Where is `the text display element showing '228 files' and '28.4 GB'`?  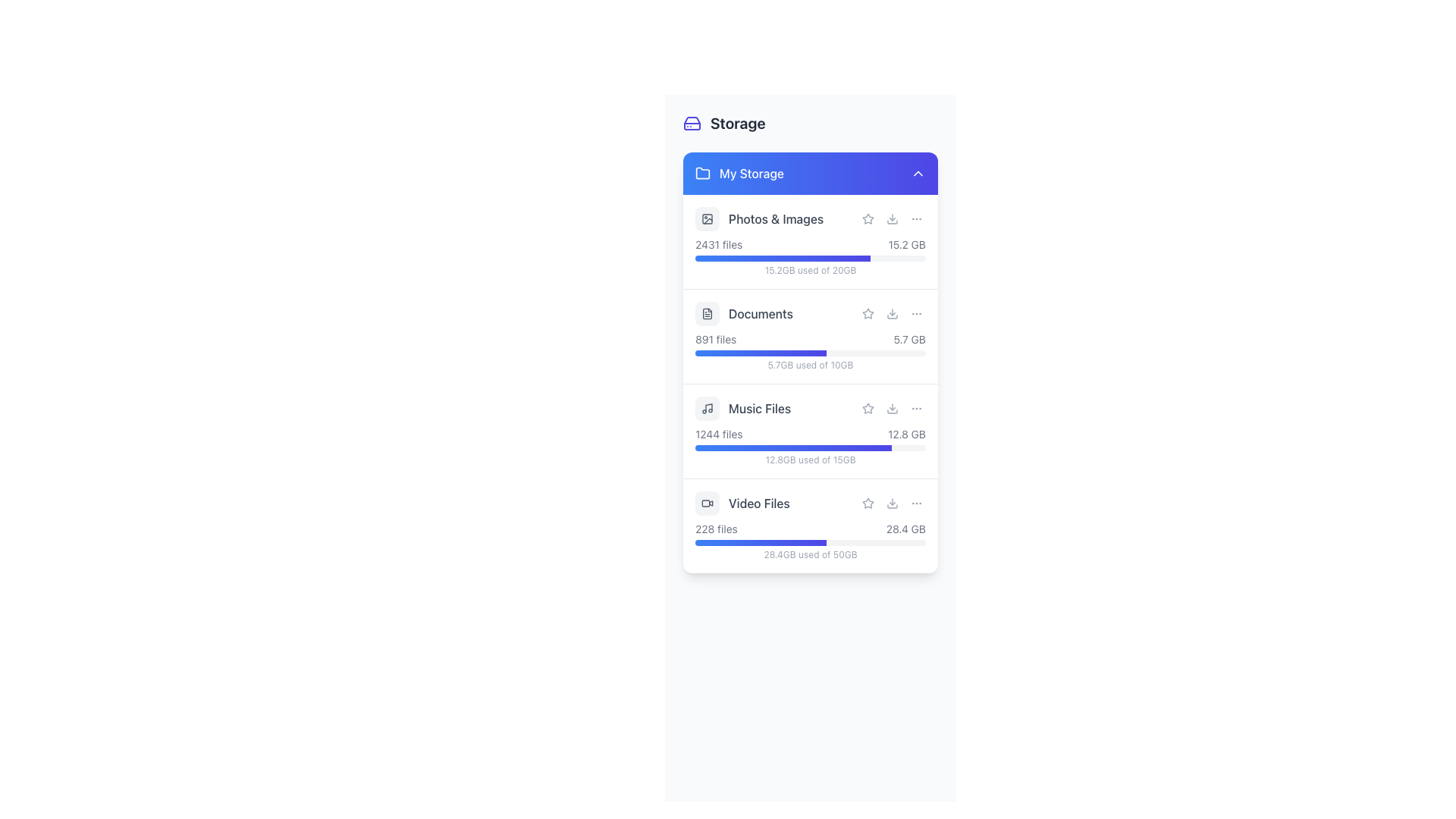 the text display element showing '228 files' and '28.4 GB' is located at coordinates (810, 529).